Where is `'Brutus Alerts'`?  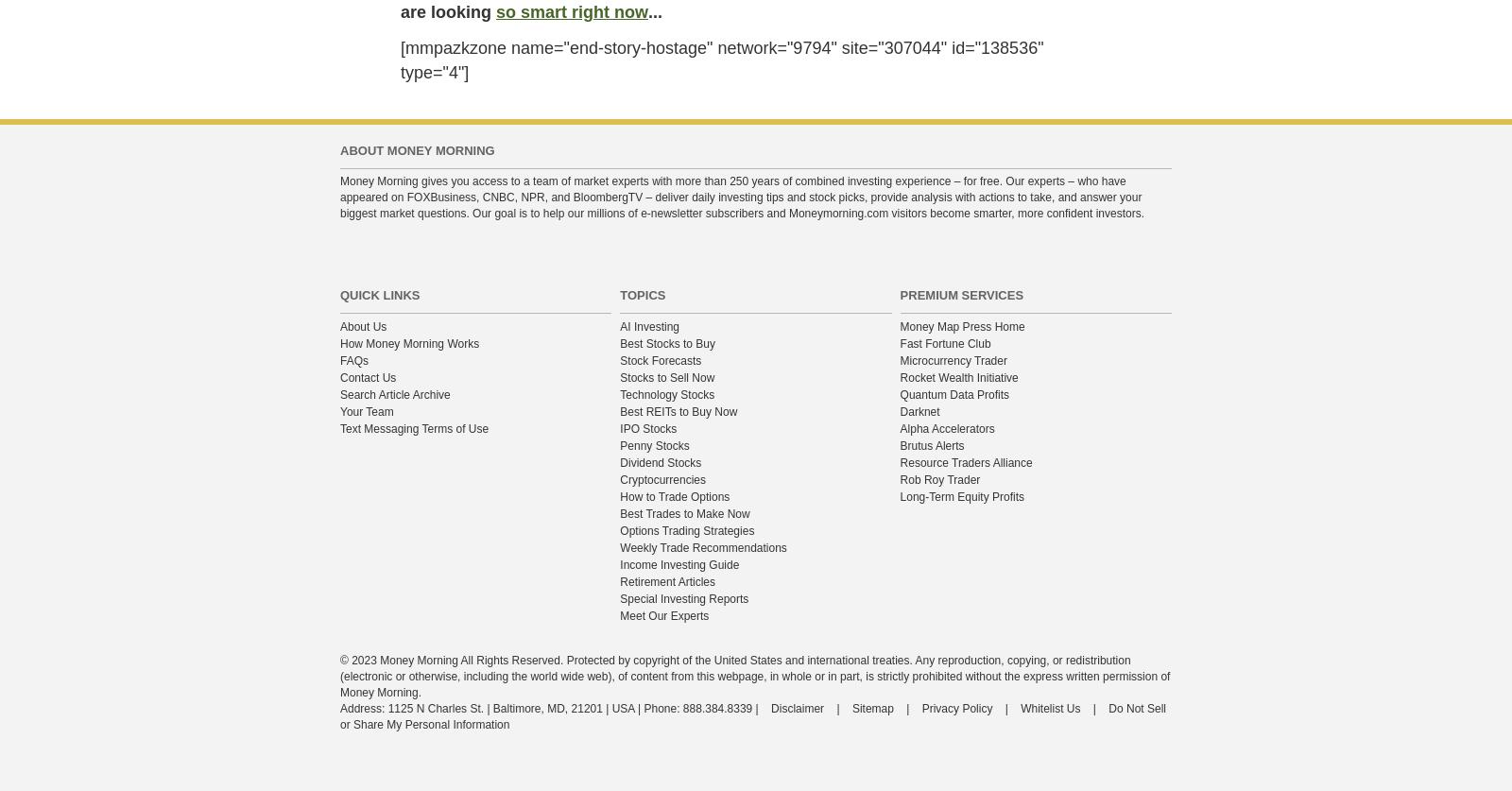
'Brutus Alerts' is located at coordinates (930, 444).